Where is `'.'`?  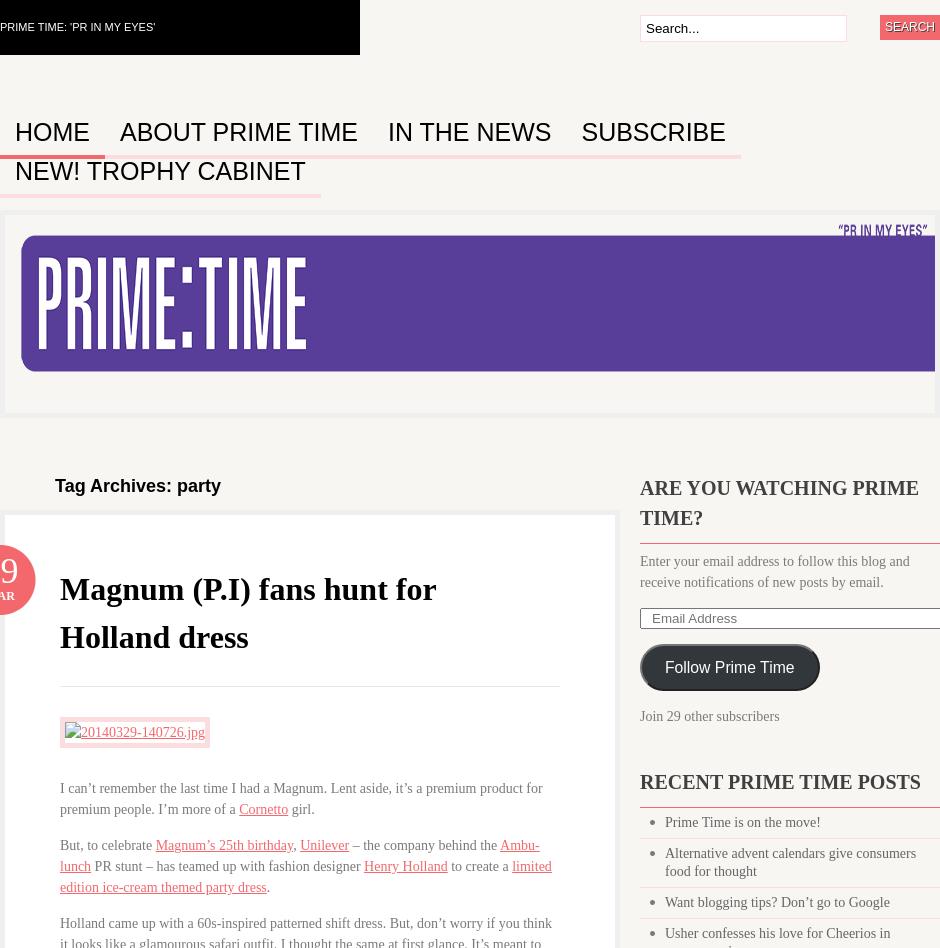 '.' is located at coordinates (267, 886).